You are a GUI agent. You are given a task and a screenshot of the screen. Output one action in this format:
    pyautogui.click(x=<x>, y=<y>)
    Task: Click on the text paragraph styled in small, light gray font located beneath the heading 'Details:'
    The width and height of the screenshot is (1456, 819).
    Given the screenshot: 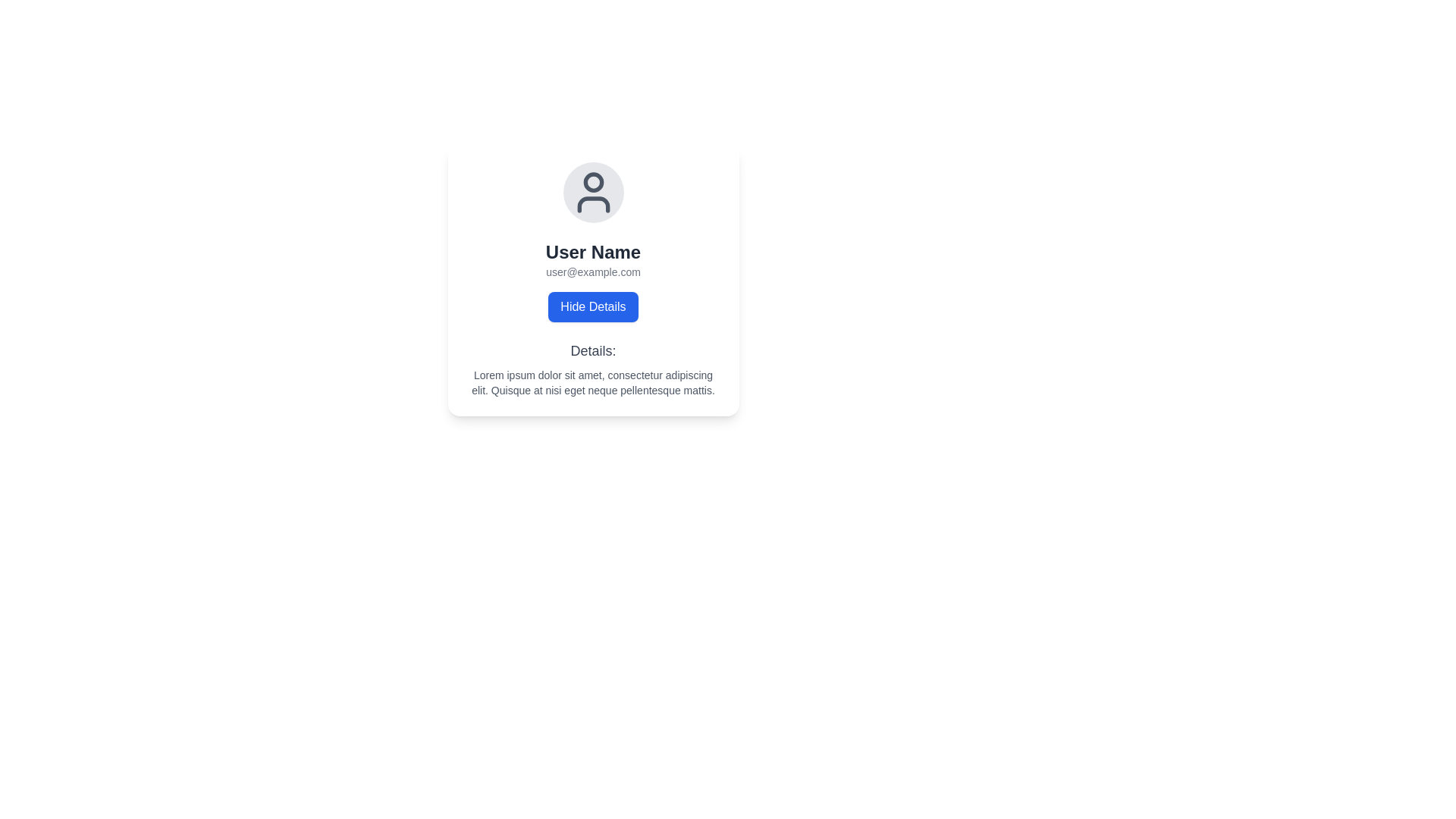 What is the action you would take?
    pyautogui.click(x=592, y=382)
    